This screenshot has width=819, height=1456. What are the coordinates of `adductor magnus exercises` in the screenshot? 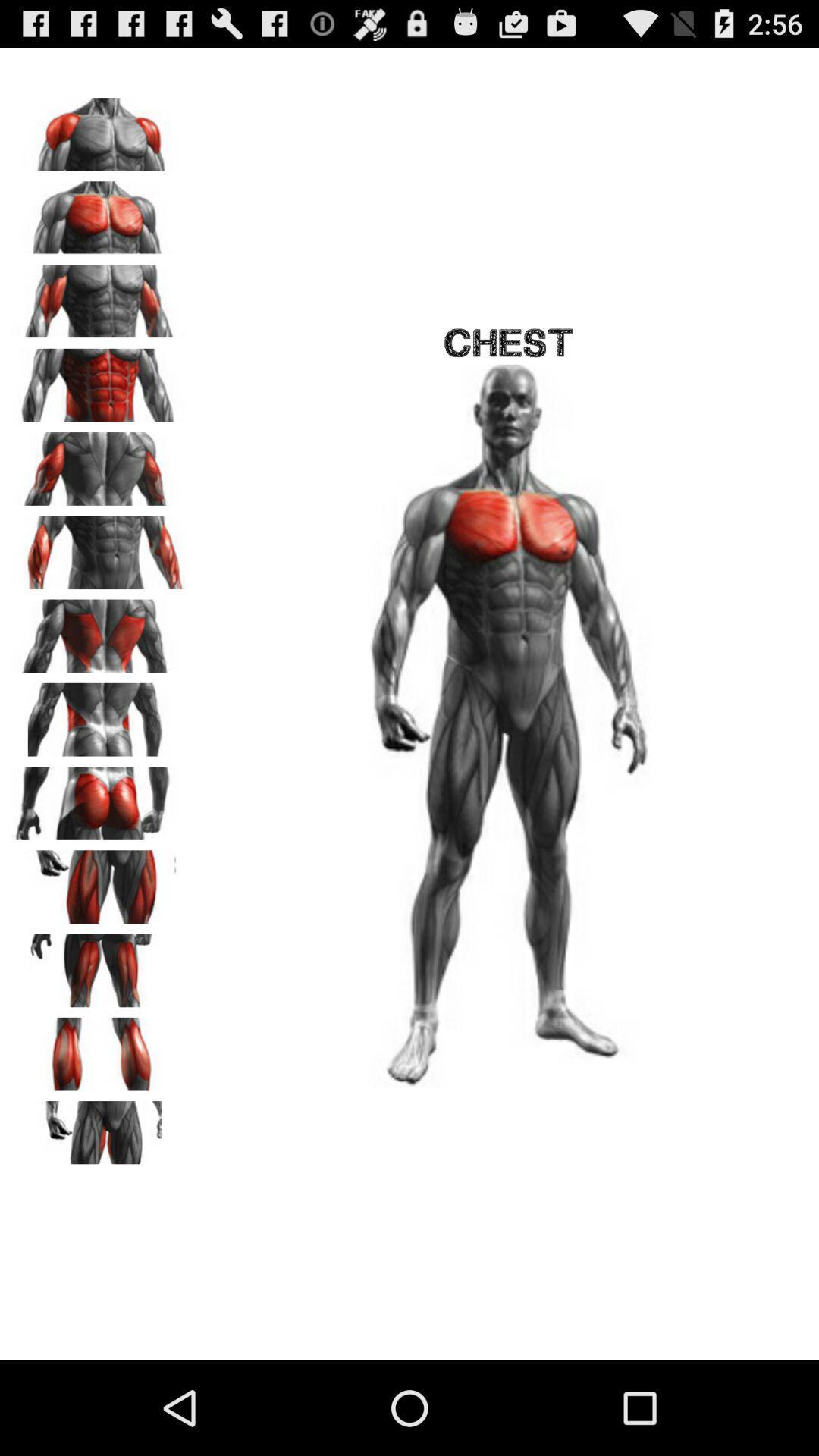 It's located at (99, 1132).